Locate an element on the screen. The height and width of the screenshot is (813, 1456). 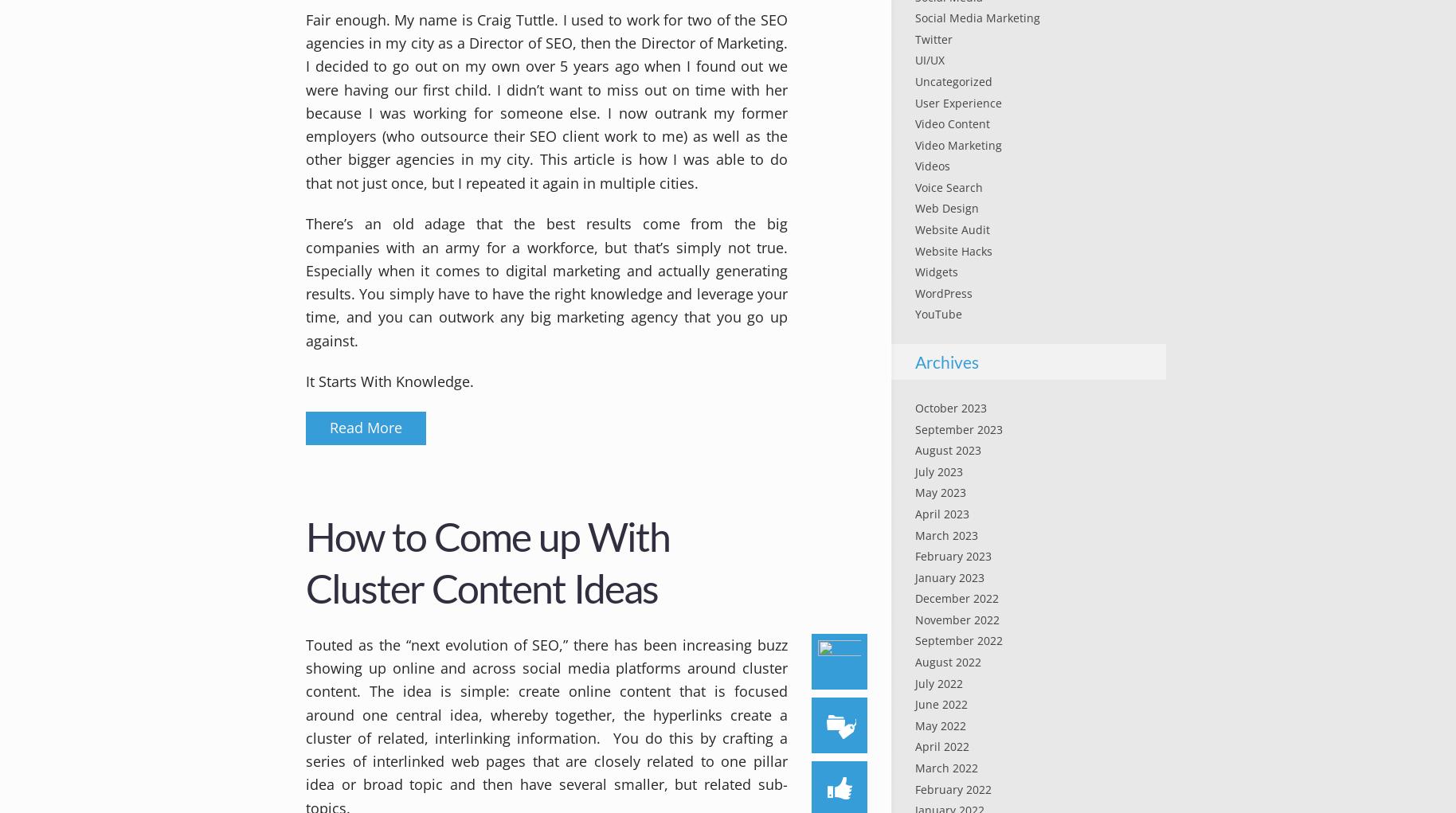
'April 2022' is located at coordinates (941, 746).